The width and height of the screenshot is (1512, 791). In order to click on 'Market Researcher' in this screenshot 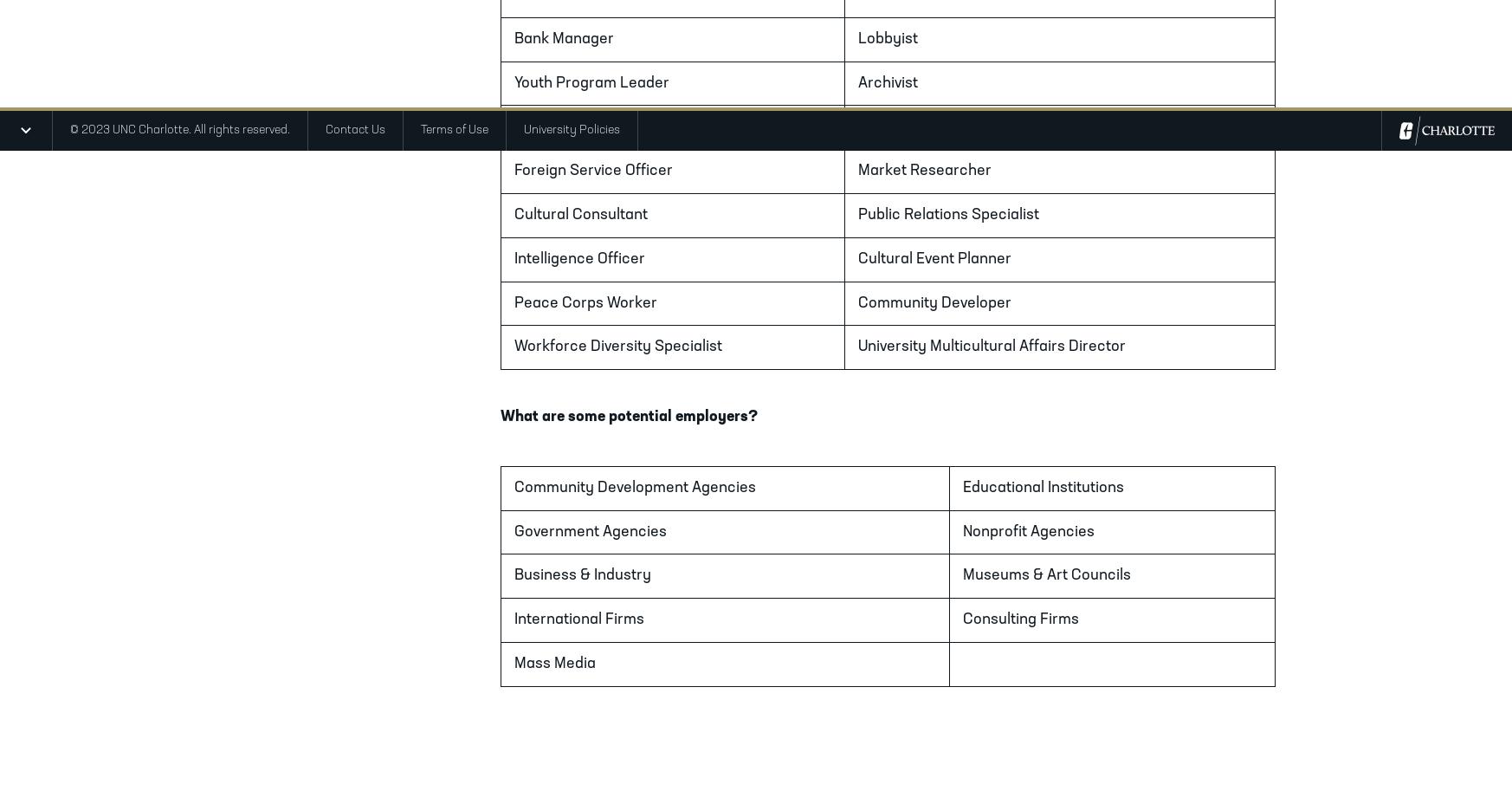, I will do `click(856, 171)`.